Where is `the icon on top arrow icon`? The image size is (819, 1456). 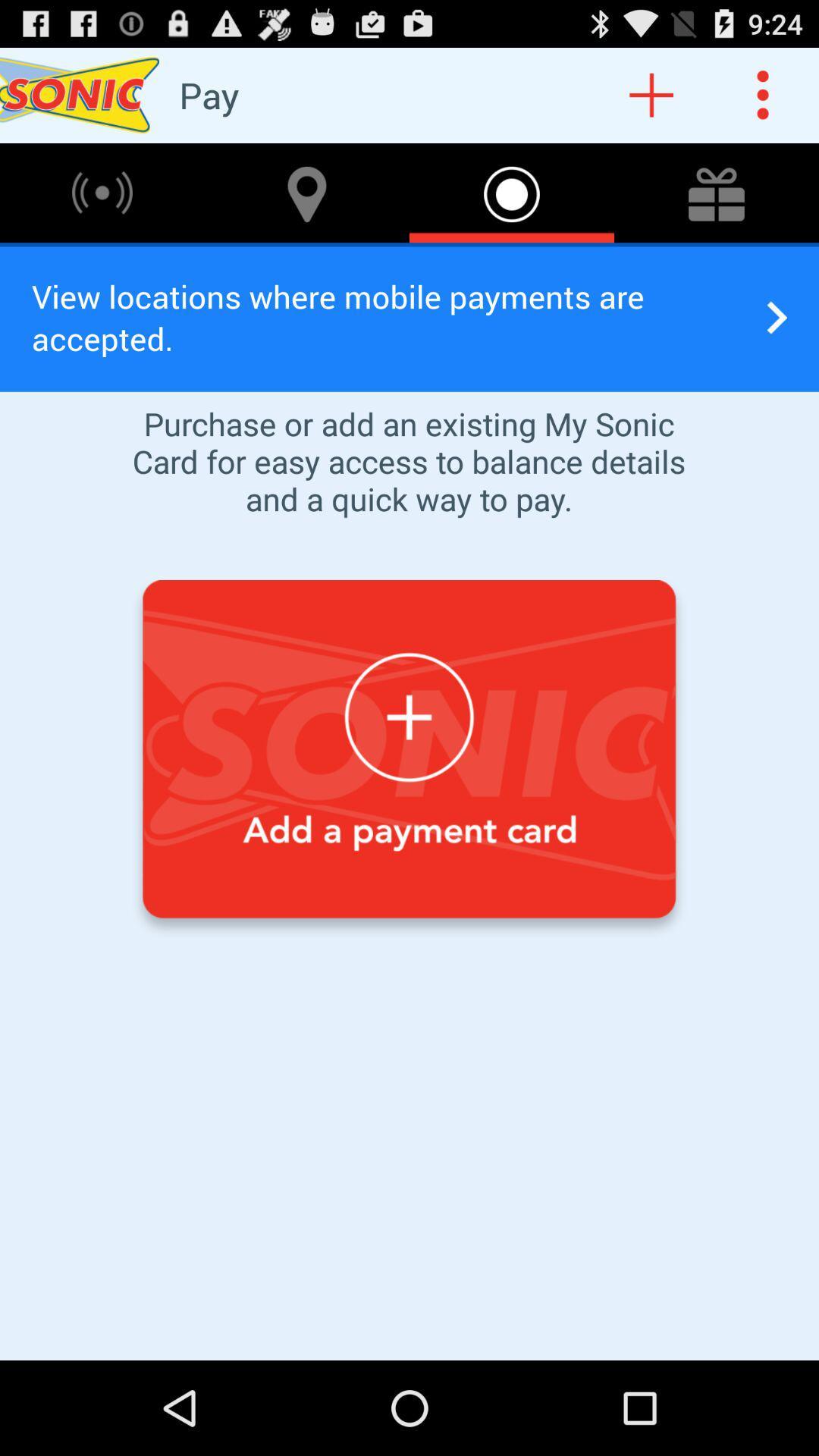
the icon on top arrow icon is located at coordinates (717, 192).